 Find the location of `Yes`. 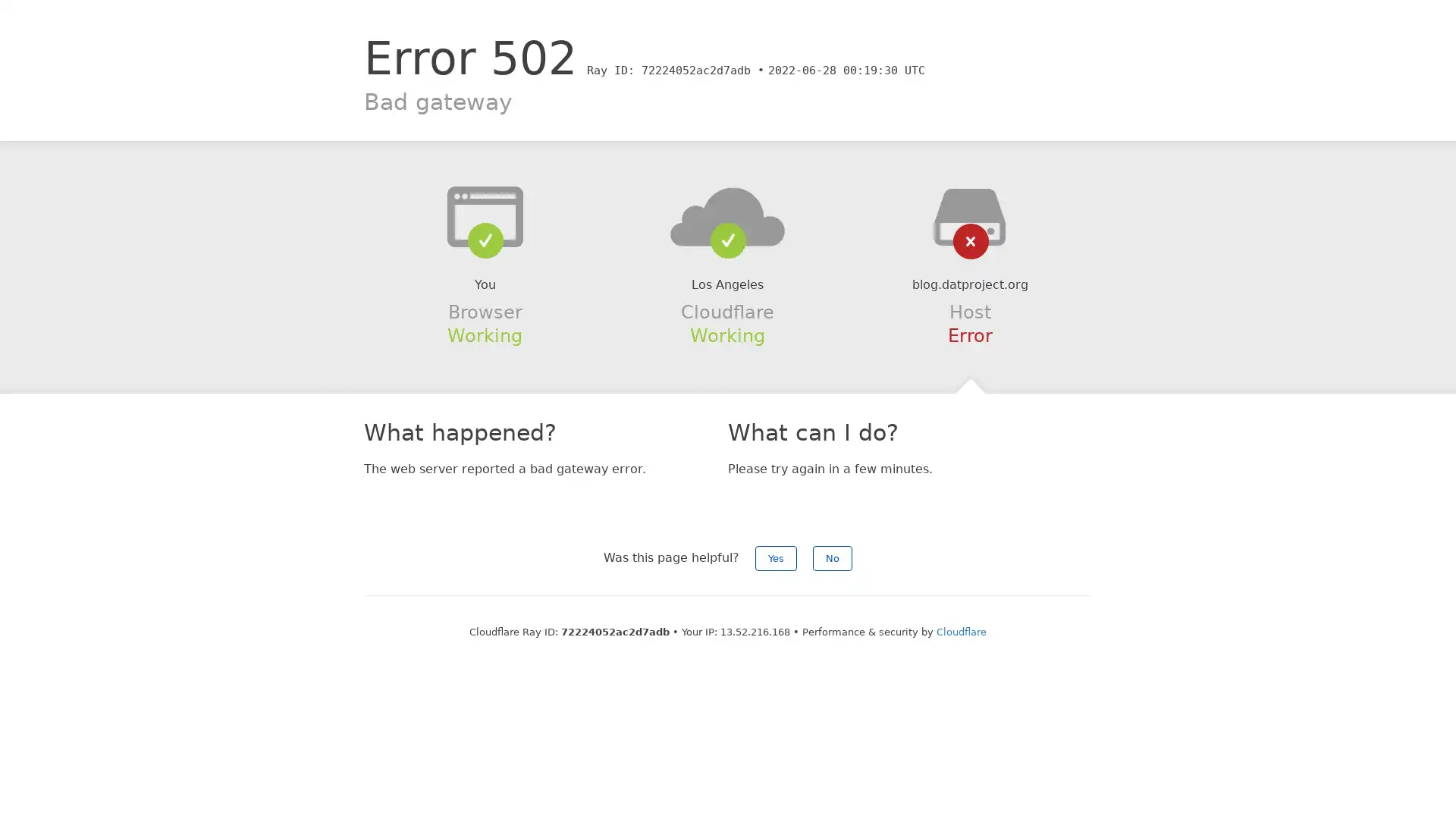

Yes is located at coordinates (776, 558).